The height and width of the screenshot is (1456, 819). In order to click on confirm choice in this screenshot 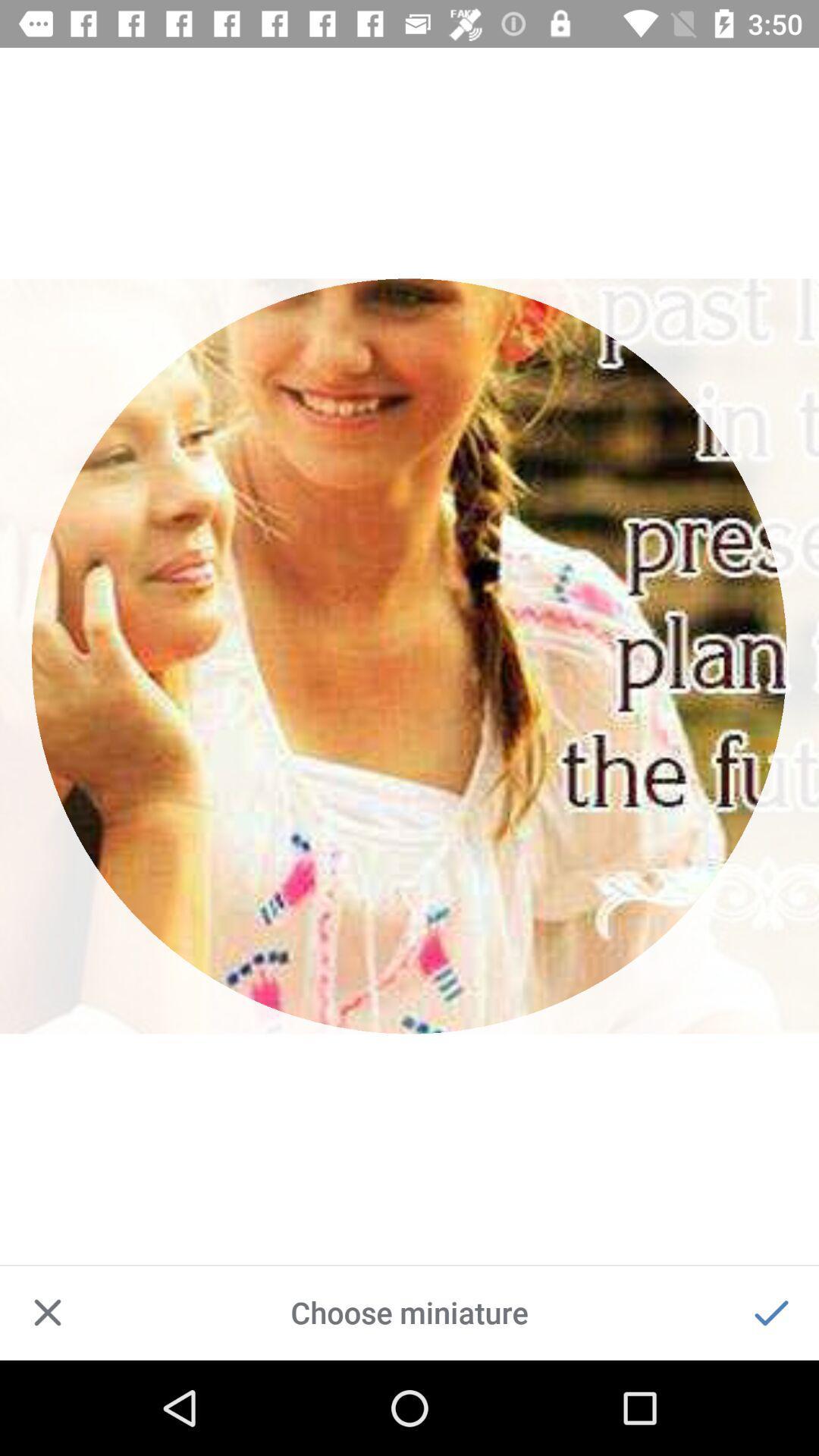, I will do `click(771, 1312)`.